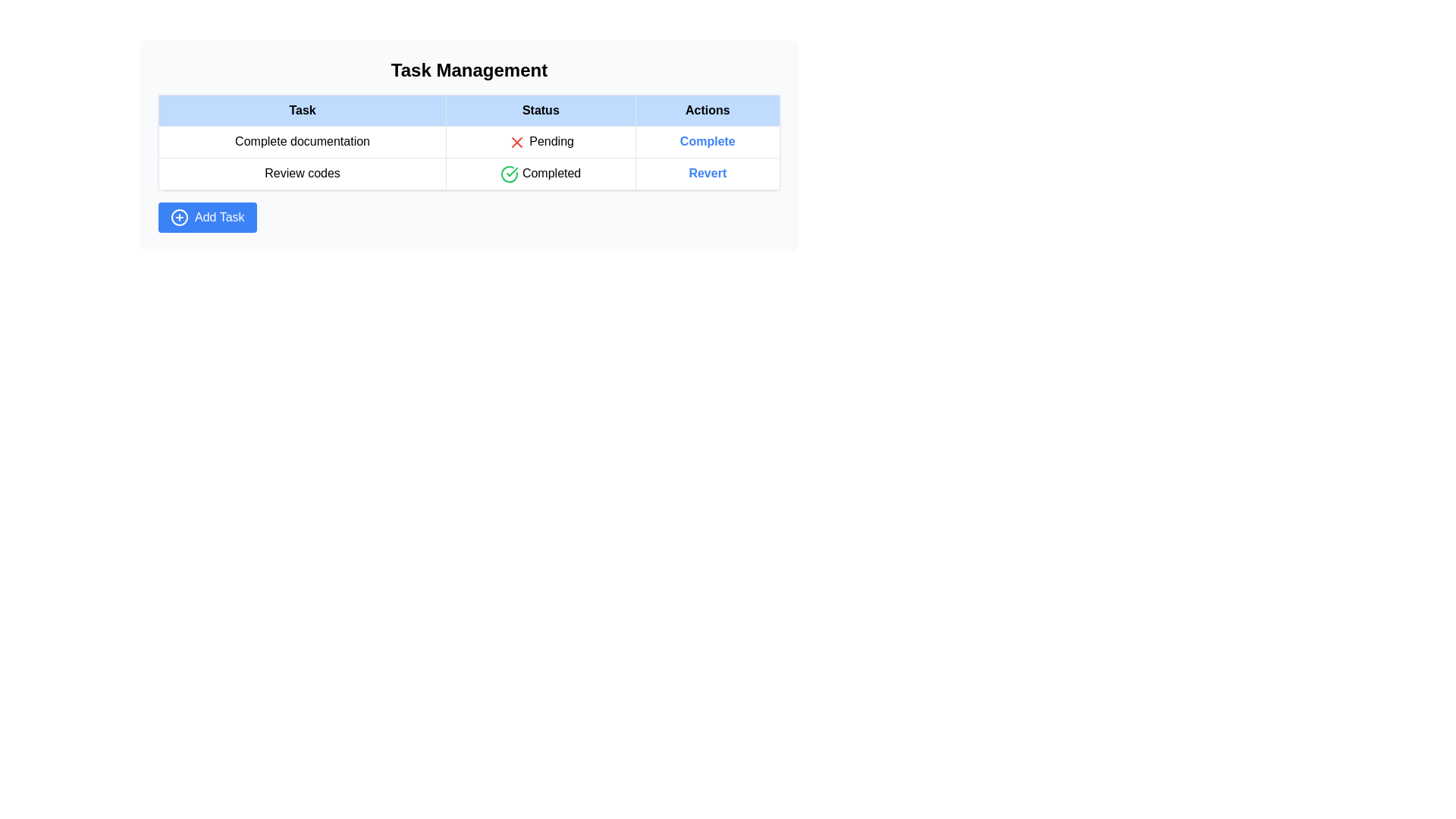 The height and width of the screenshot is (819, 1456). What do you see at coordinates (206, 217) in the screenshot?
I see `the blue 'Add Task' button with rounded corners located in the bottom-left area of the 'Task Management' section` at bounding box center [206, 217].